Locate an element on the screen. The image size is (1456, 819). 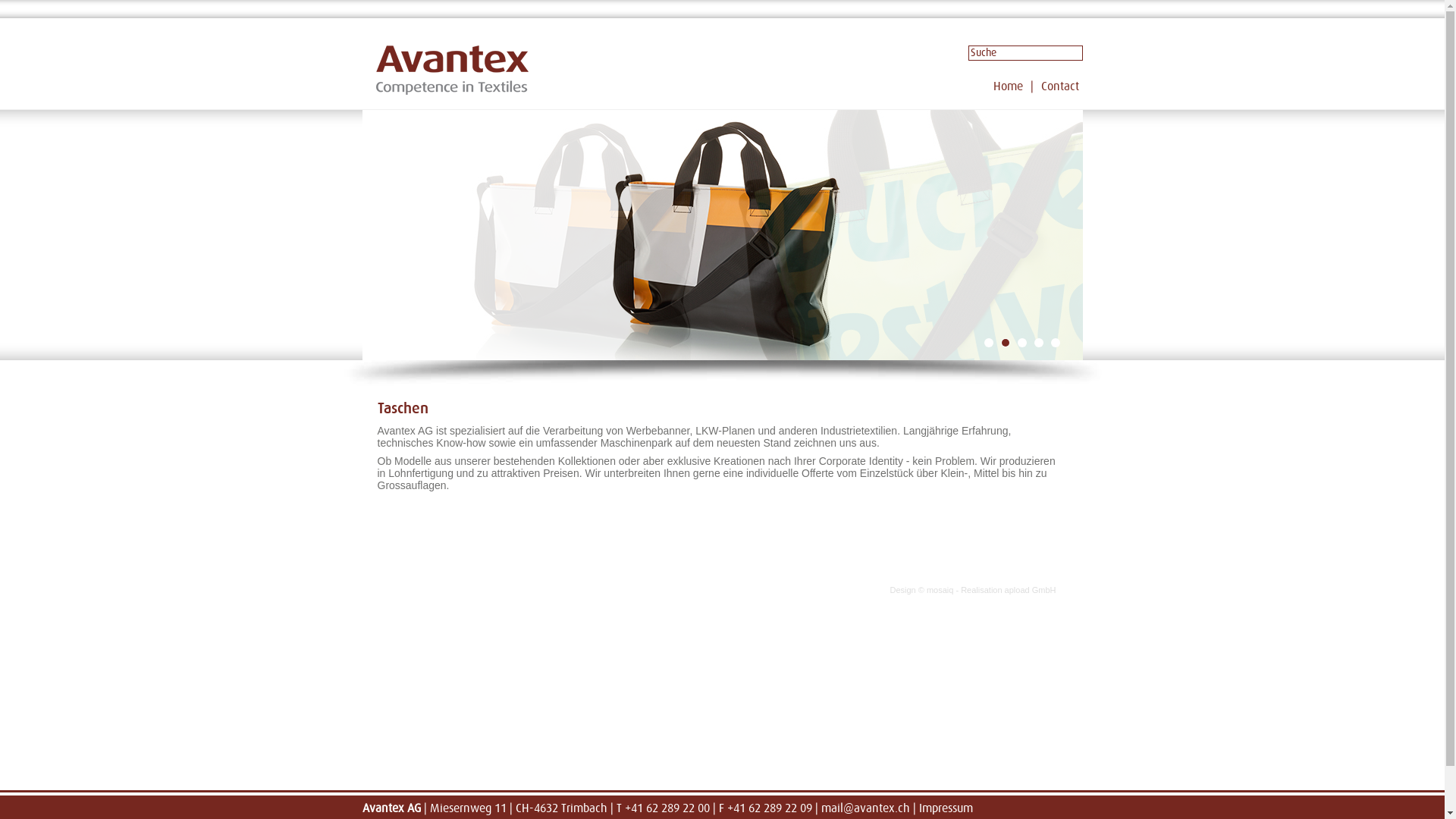
'Home' is located at coordinates (993, 86).